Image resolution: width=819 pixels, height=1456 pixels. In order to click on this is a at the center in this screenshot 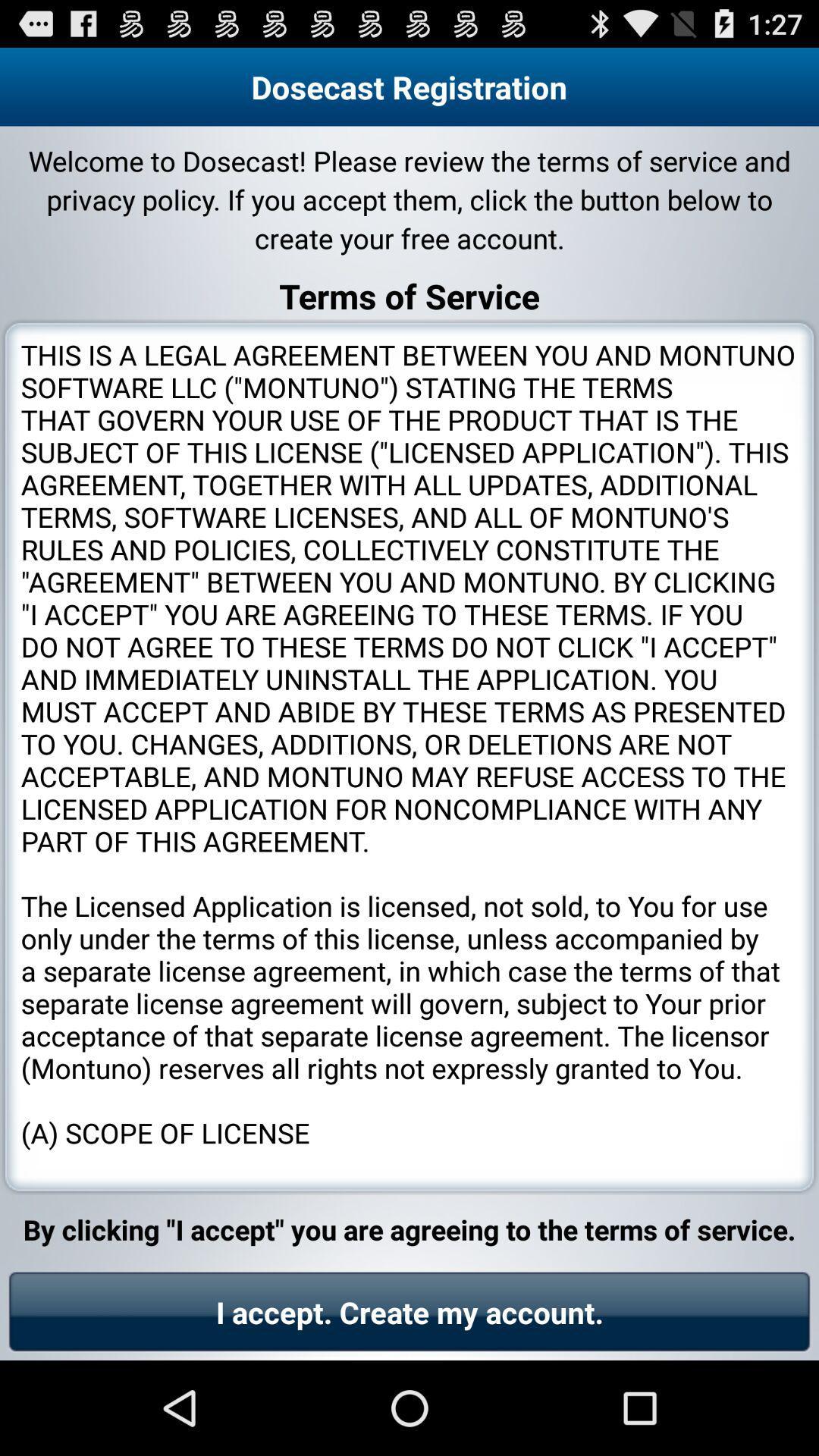, I will do `click(409, 757)`.